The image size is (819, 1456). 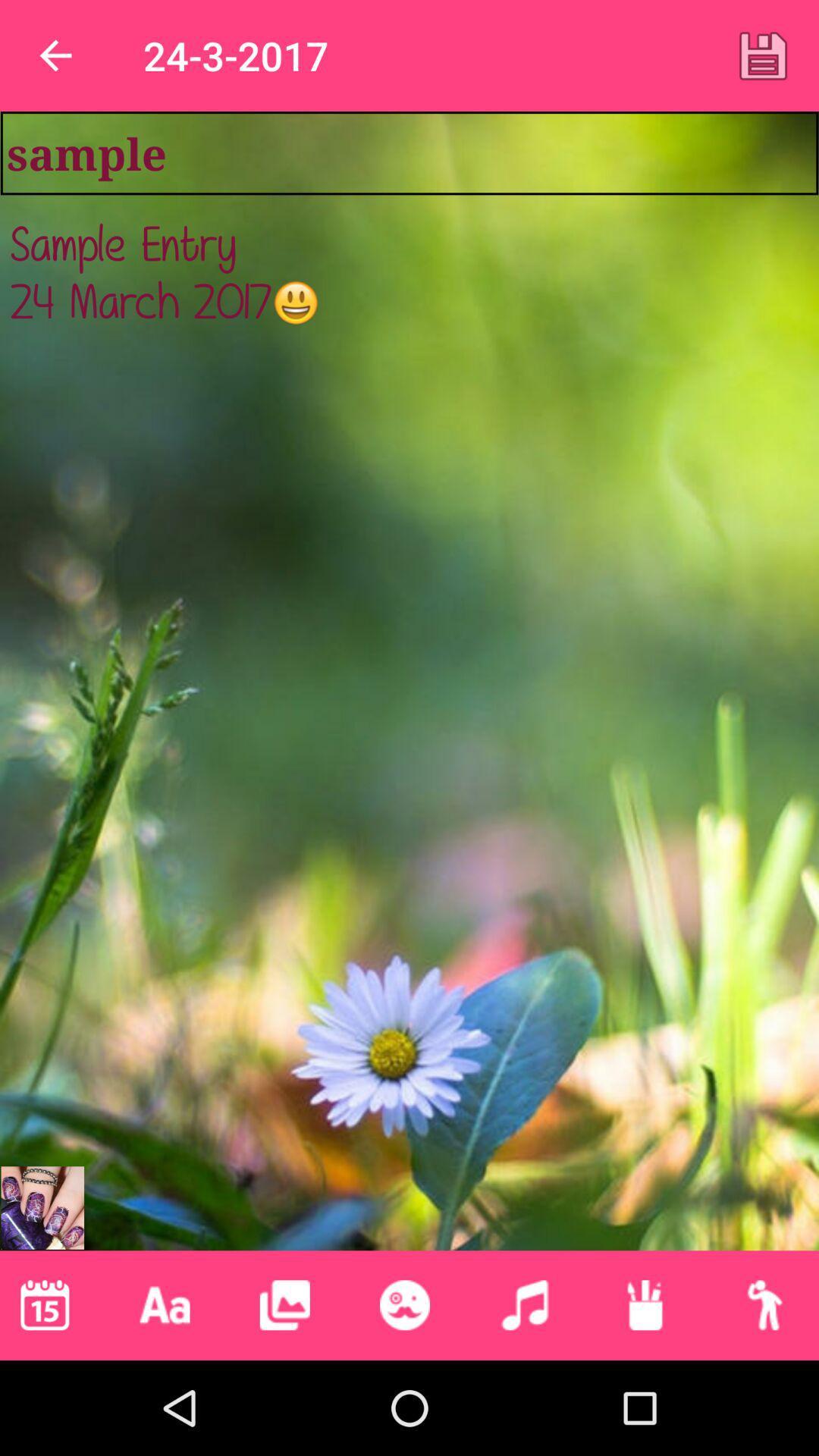 What do you see at coordinates (44, 1304) in the screenshot?
I see `calendar` at bounding box center [44, 1304].